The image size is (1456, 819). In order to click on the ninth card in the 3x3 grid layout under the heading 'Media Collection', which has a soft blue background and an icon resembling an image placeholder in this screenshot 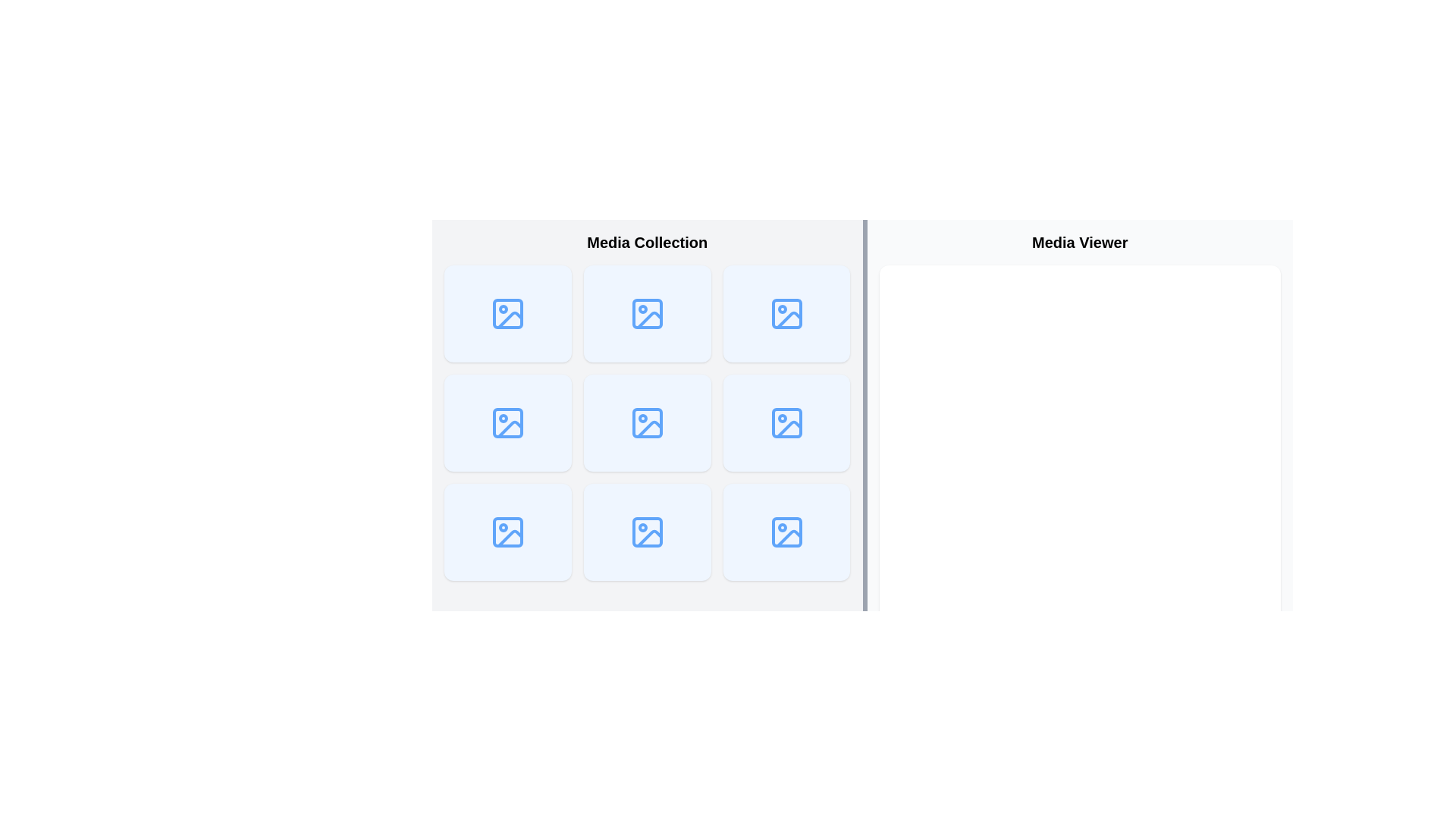, I will do `click(786, 312)`.